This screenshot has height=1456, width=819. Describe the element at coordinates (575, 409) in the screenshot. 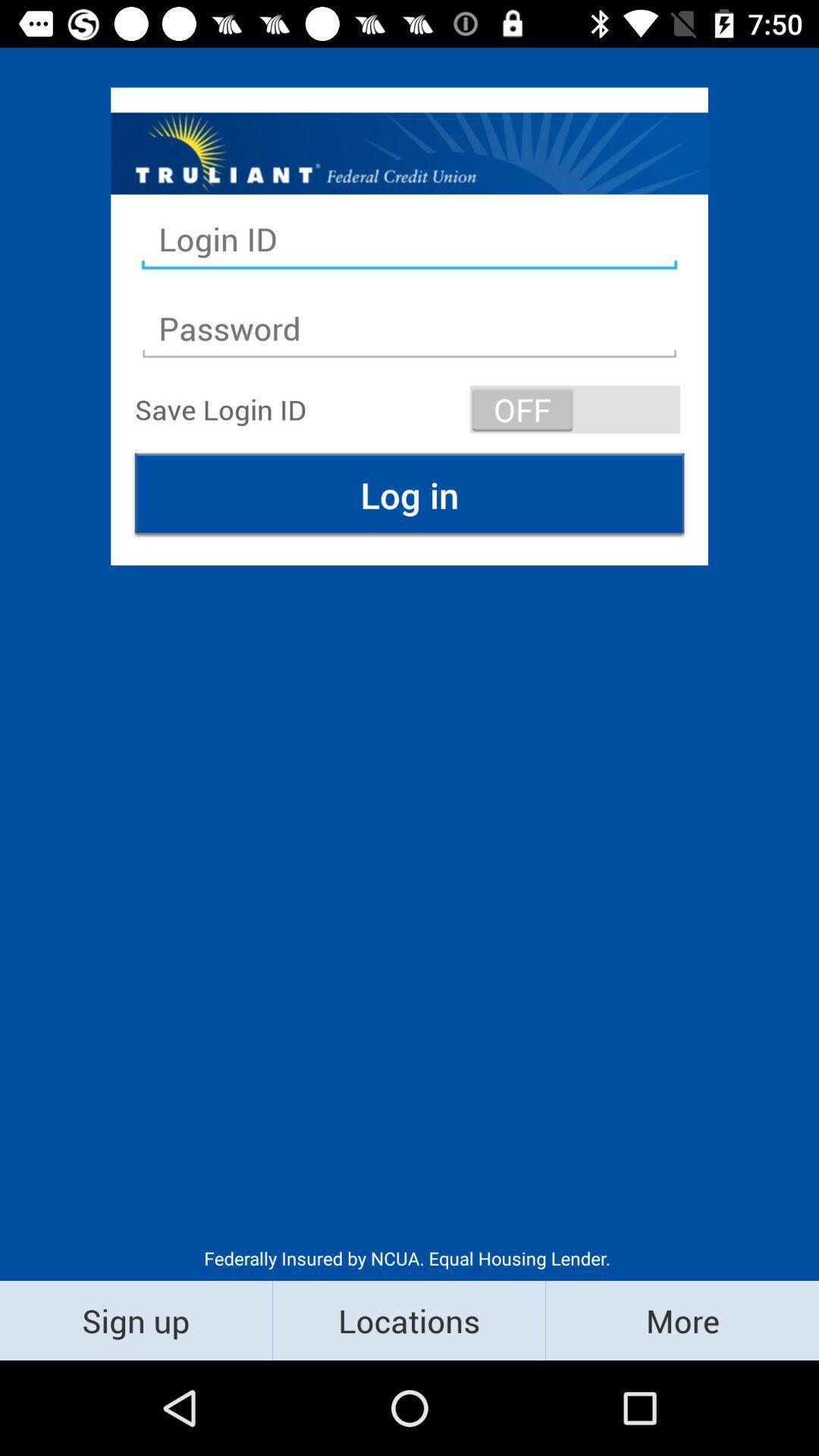

I see `the icon next to save login id icon` at that location.